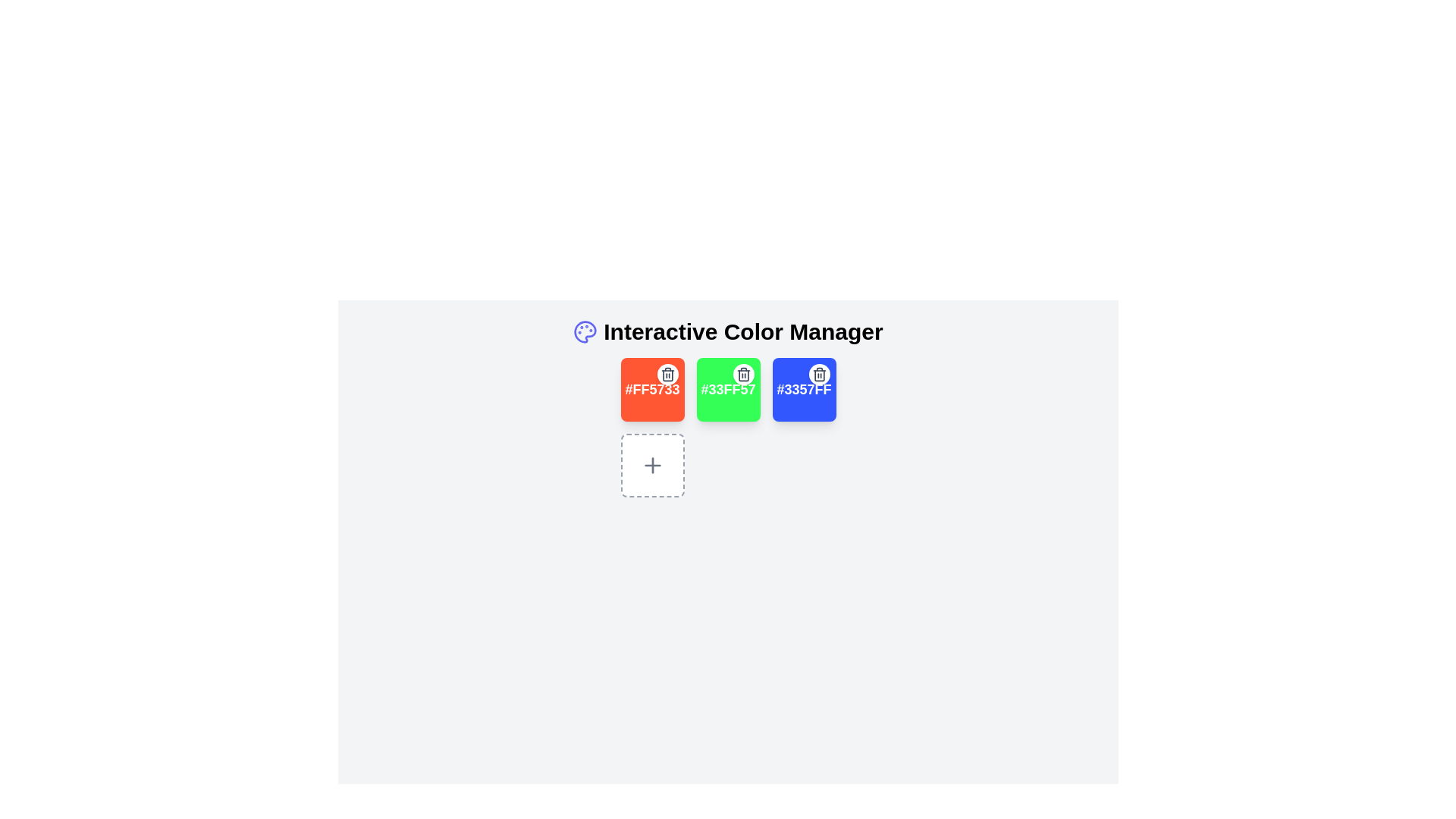 Image resolution: width=1456 pixels, height=819 pixels. I want to click on the 'Interactive Color Manager' header, which is styled with bold text and a large font size, located at the top center of the interface, so click(728, 331).